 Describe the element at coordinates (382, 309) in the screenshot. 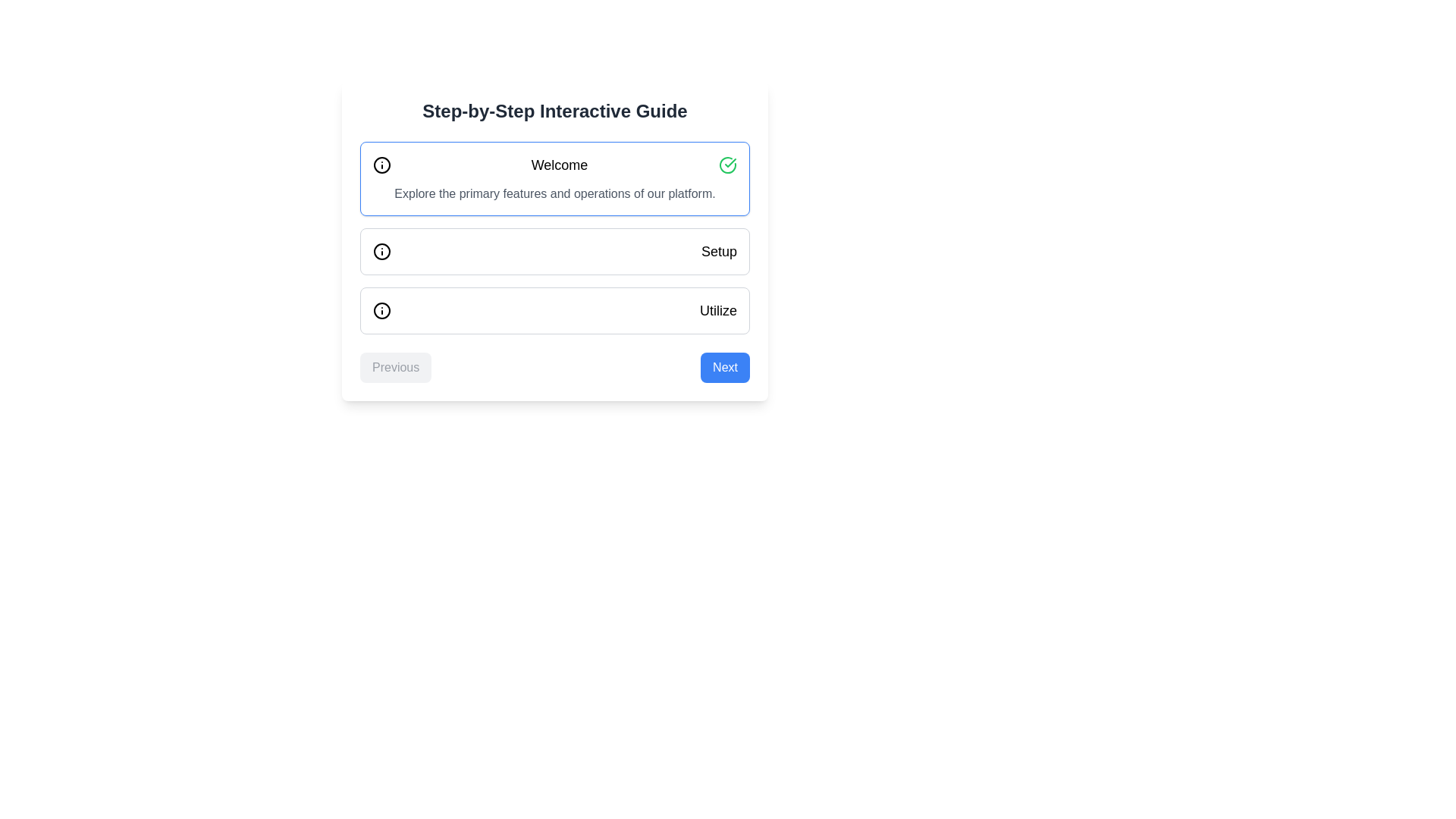

I see `the informational SVG Icon located on the left side of the 'Utilize' text element within the bottom row of the interactive guide box` at that location.